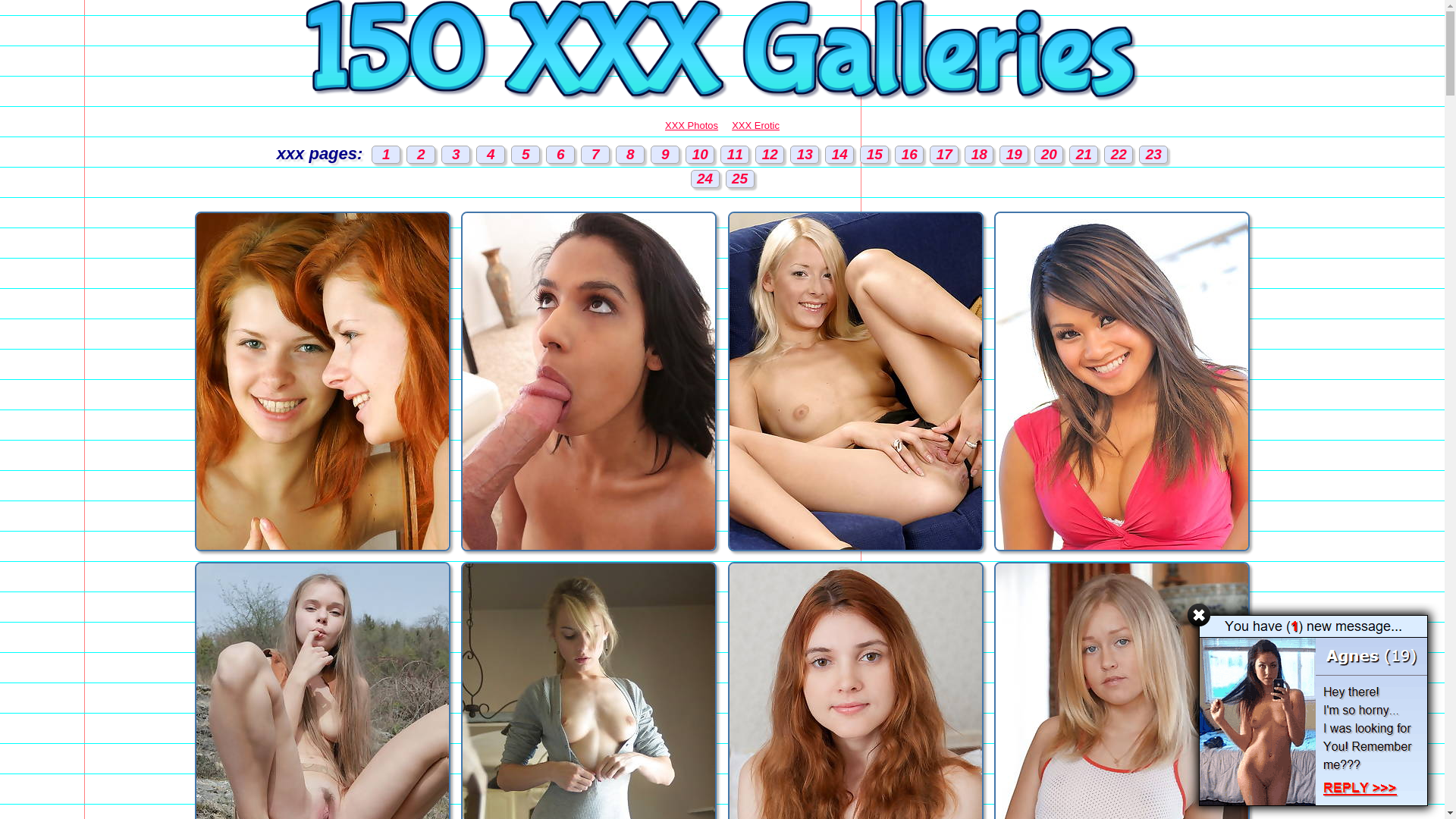  Describe the element at coordinates (1118, 155) in the screenshot. I see `'22'` at that location.